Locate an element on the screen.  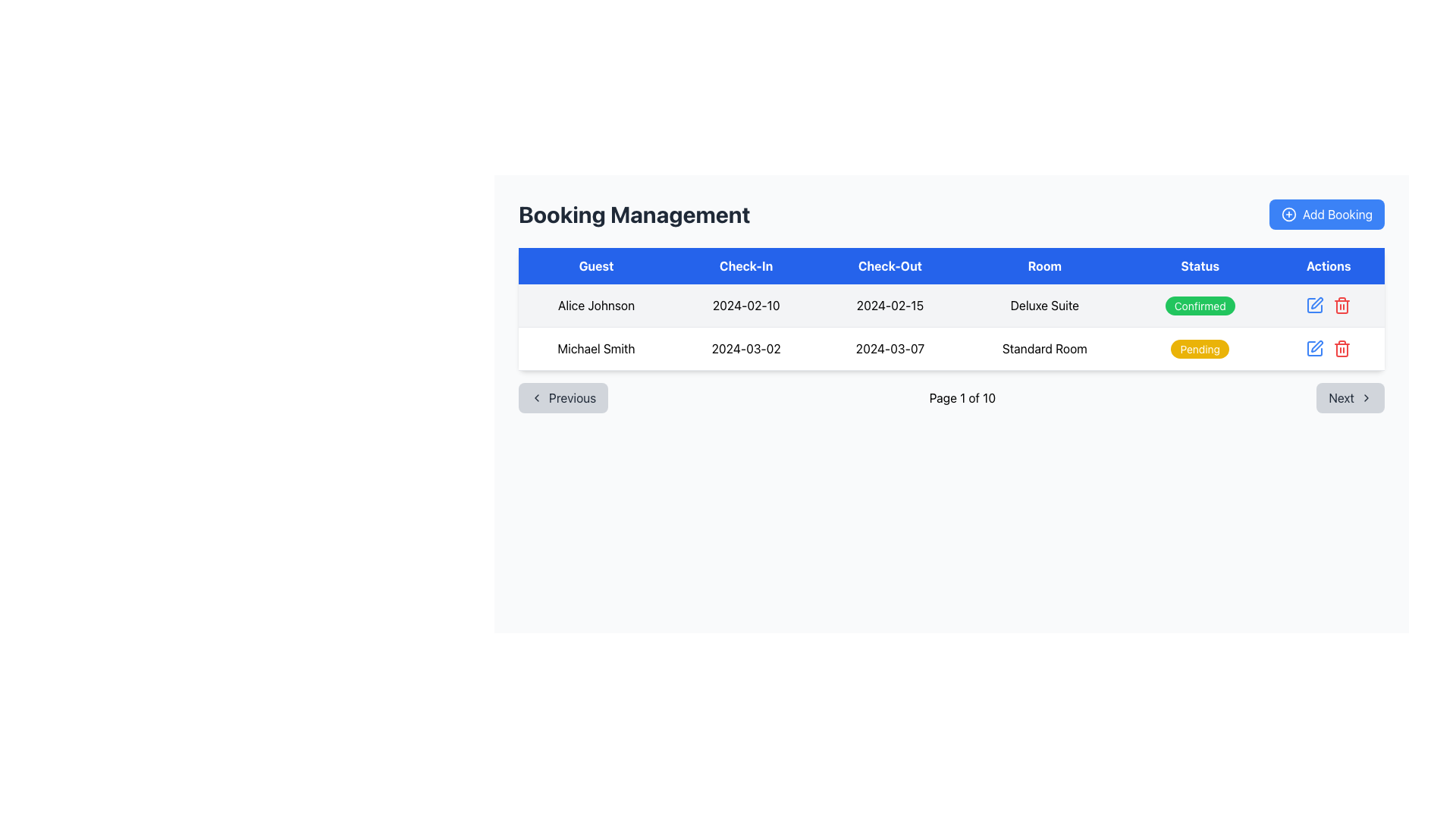
the Icon Button located at the rightmost side of the row for the second booking entry under the 'Actions' column is located at coordinates (1314, 348).